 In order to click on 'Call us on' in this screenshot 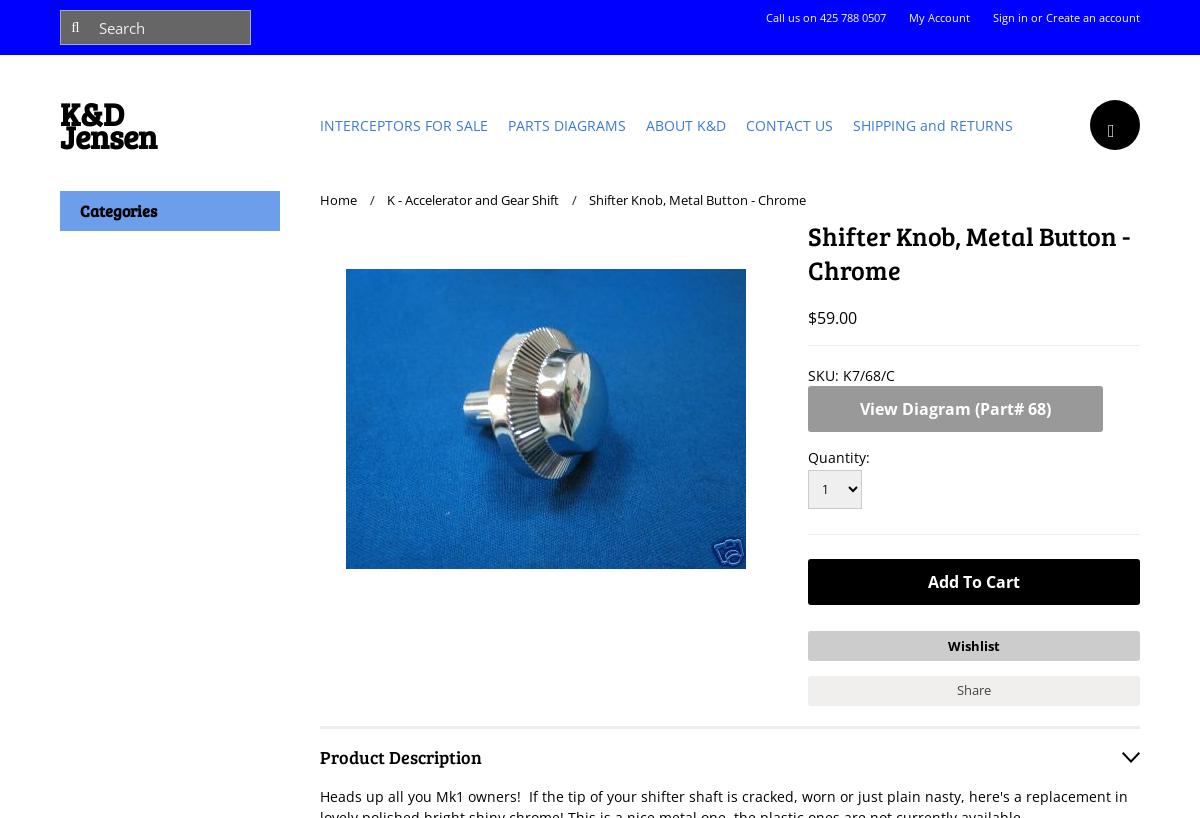, I will do `click(791, 16)`.